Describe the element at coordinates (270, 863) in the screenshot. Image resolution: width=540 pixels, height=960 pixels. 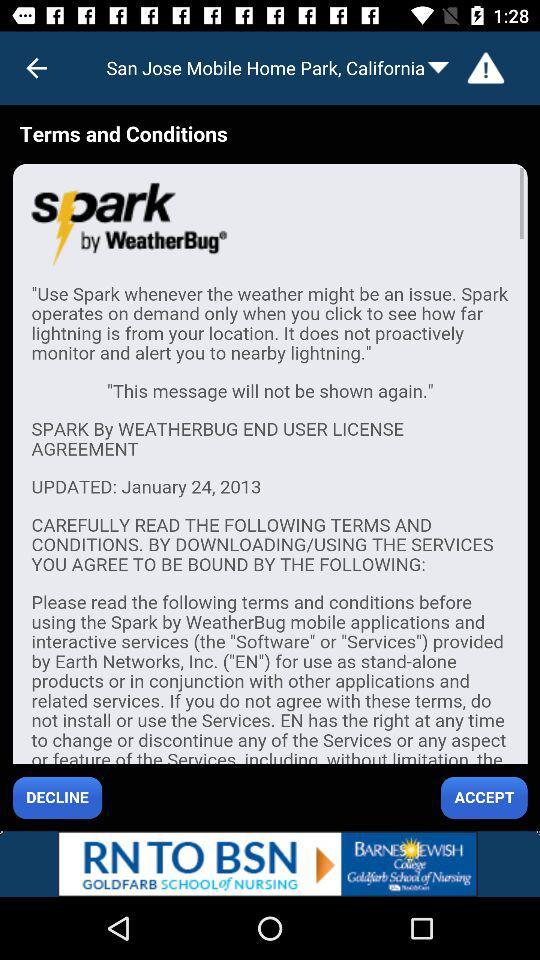
I see `open advertisement` at that location.